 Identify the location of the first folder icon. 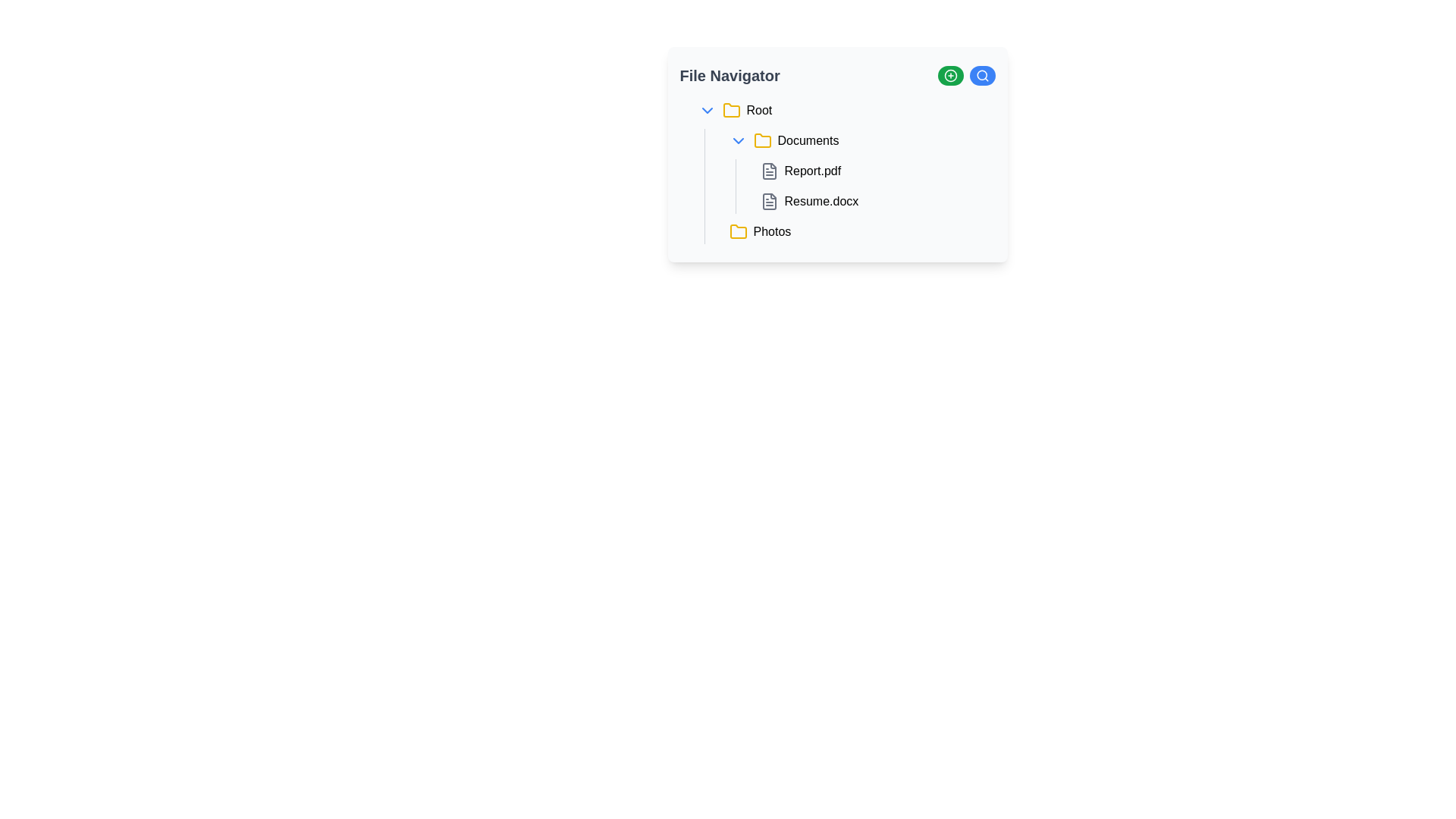
(731, 109).